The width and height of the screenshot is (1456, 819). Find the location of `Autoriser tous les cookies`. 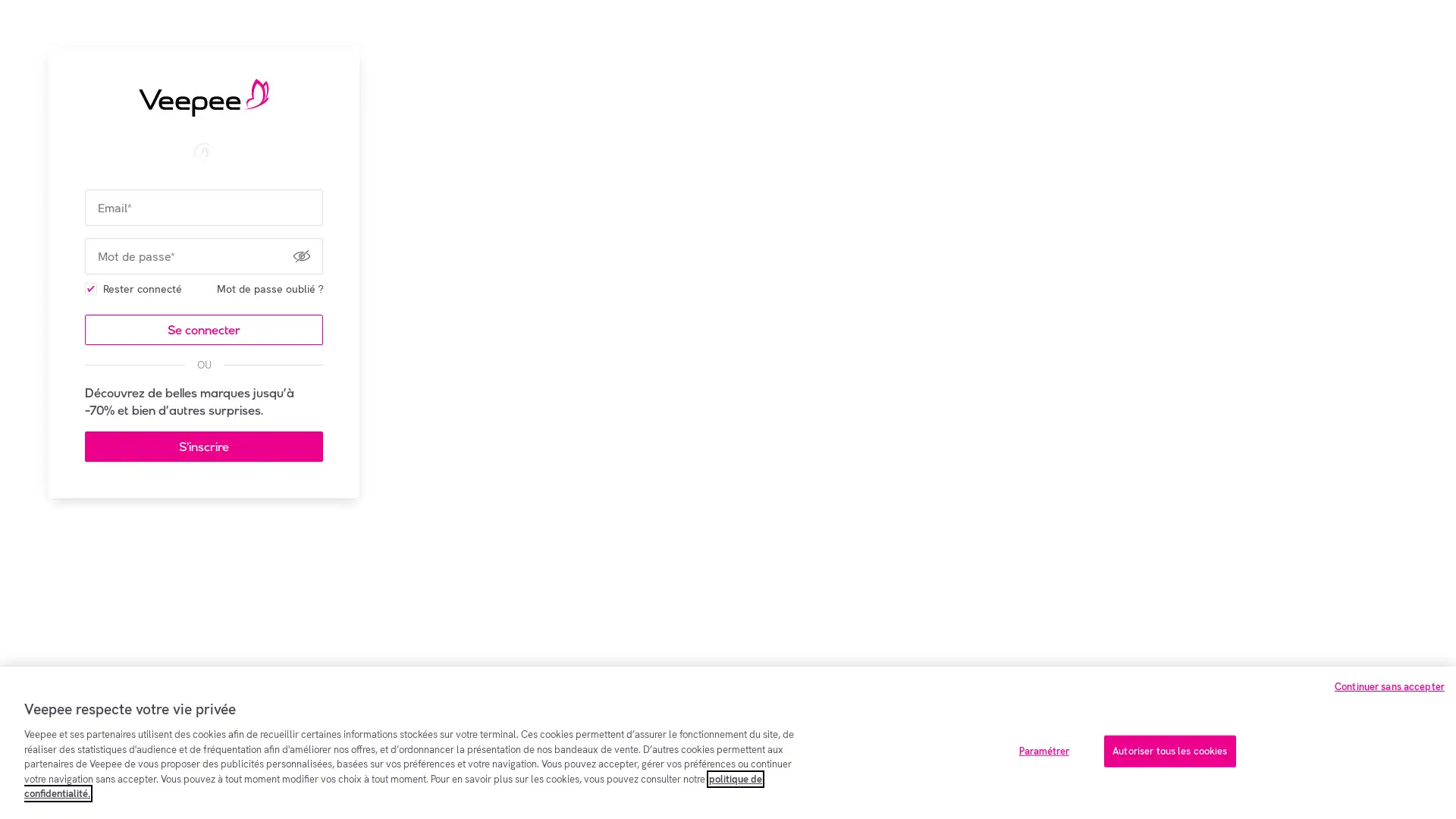

Autoriser tous les cookies is located at coordinates (1169, 751).